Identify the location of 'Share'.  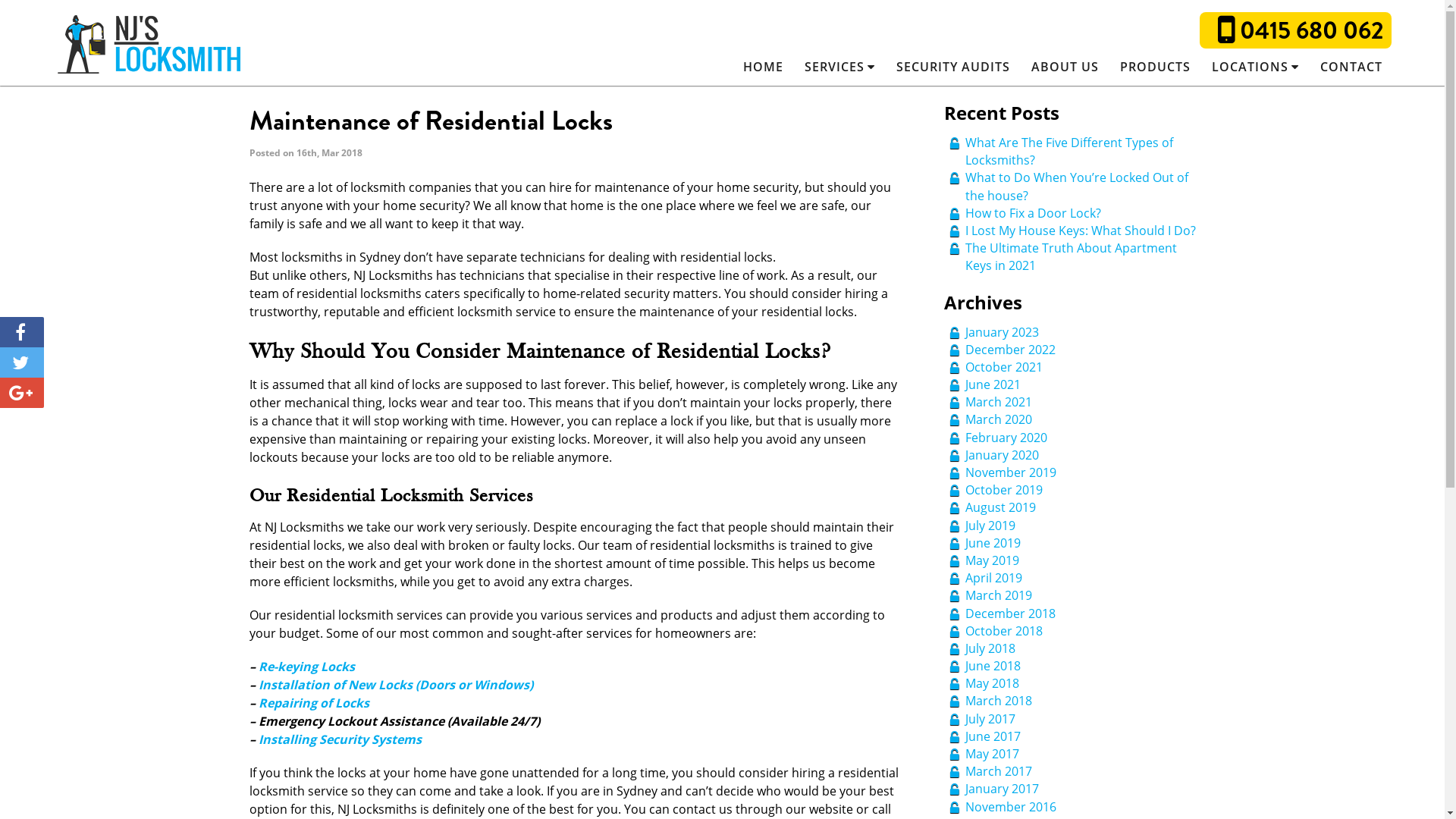
(21, 391).